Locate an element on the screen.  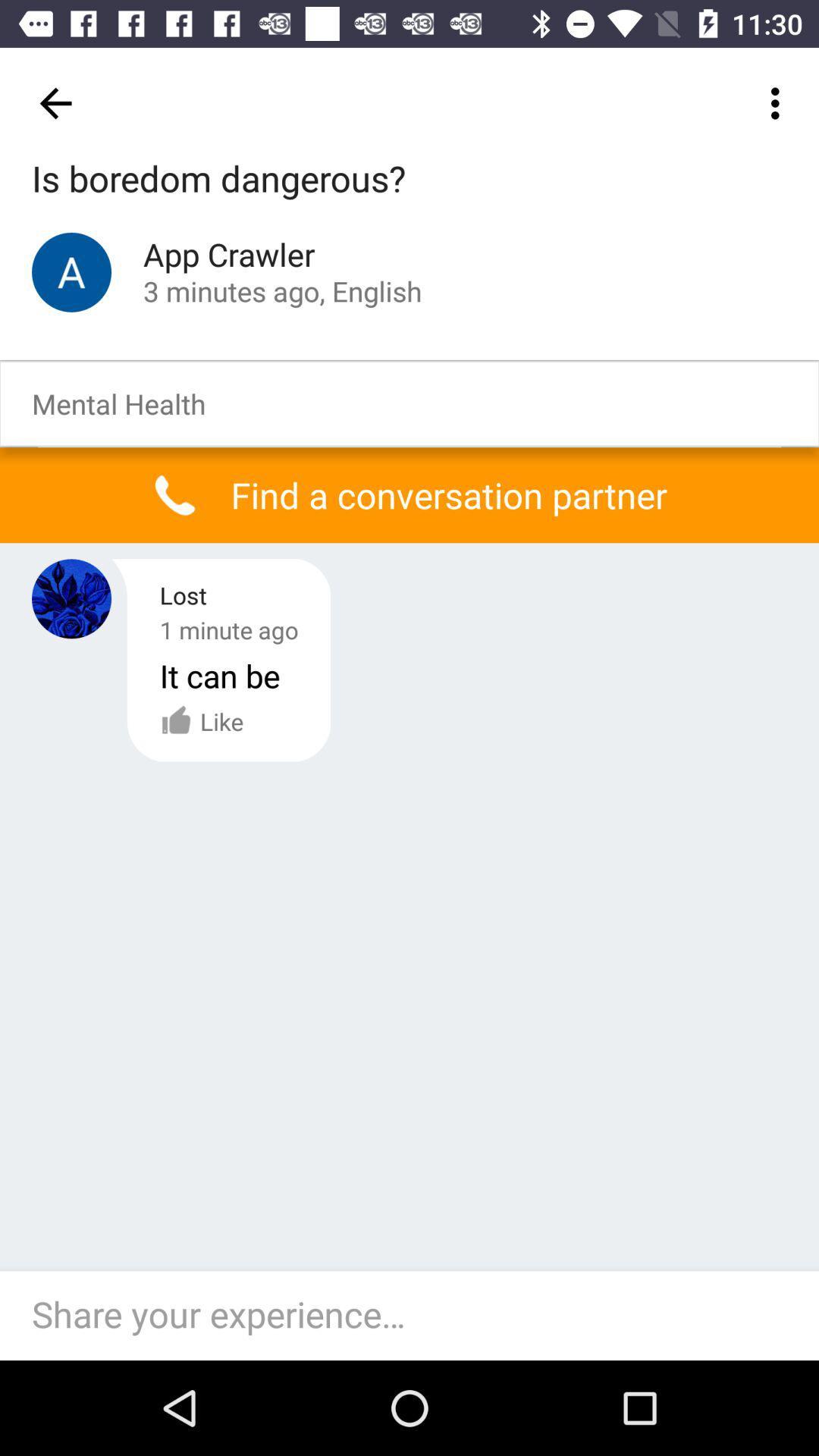
the icon below the 1 minute ago is located at coordinates (220, 675).